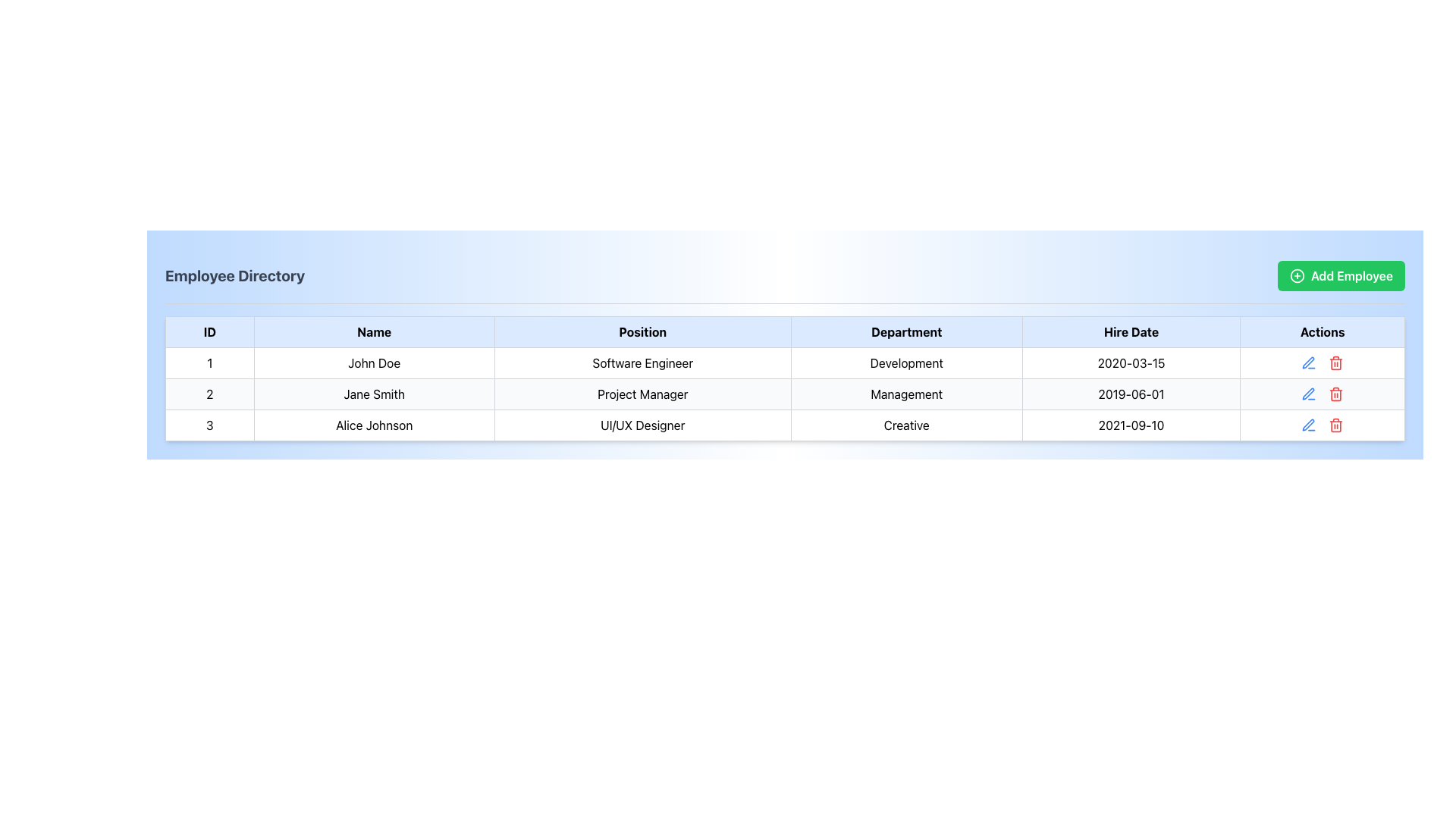 The image size is (1456, 819). I want to click on the SVG Circle that visually represents the outer circle of the '+' icon in the 'Add Employee' button located at the top-right corner of the employee directory interface, so click(1296, 275).